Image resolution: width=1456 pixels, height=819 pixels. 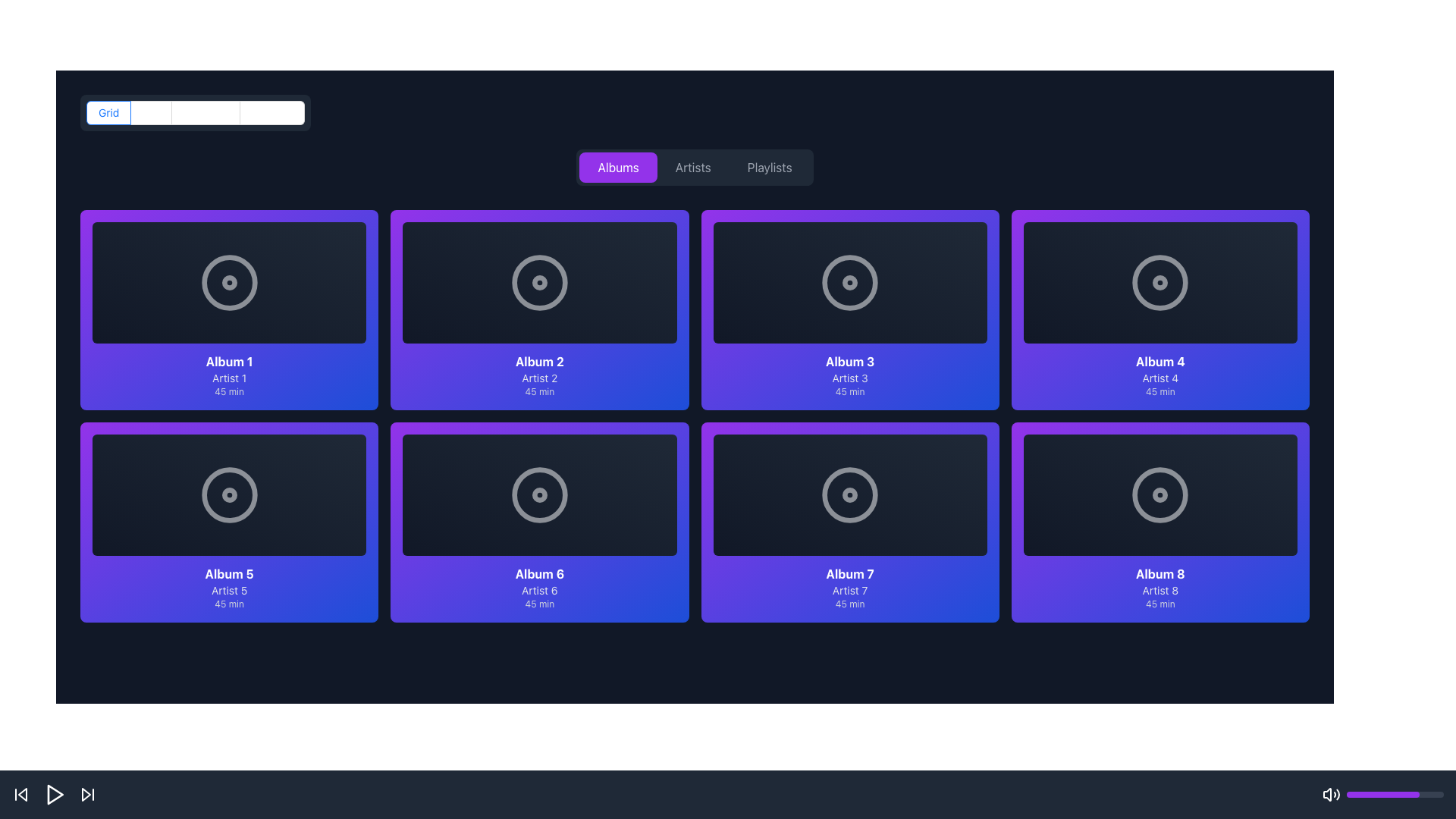 I want to click on progress bar, so click(x=1416, y=794).